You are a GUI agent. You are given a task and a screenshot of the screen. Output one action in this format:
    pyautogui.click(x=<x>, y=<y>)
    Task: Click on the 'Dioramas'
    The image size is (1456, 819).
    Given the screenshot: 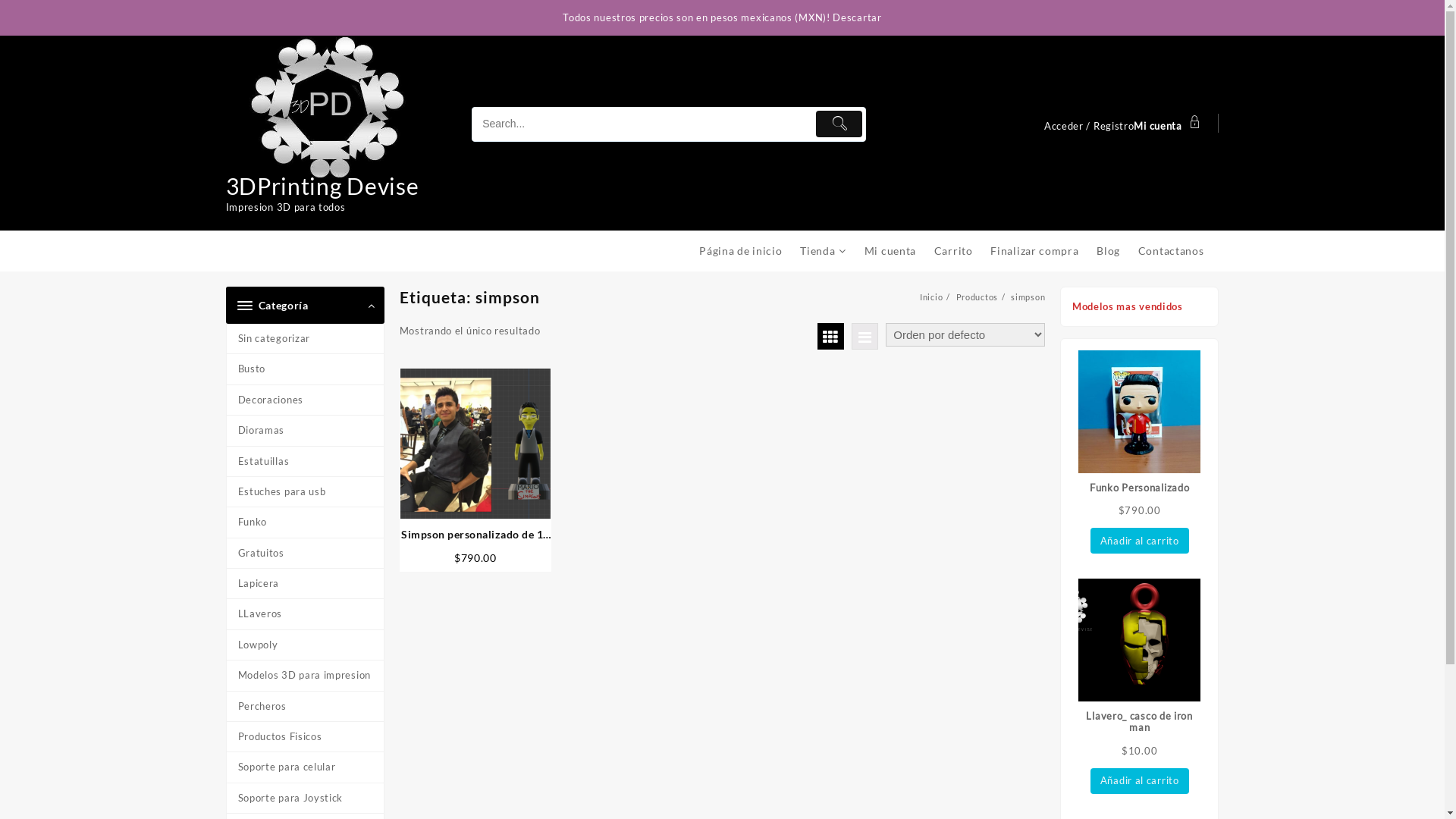 What is the action you would take?
    pyautogui.click(x=304, y=430)
    